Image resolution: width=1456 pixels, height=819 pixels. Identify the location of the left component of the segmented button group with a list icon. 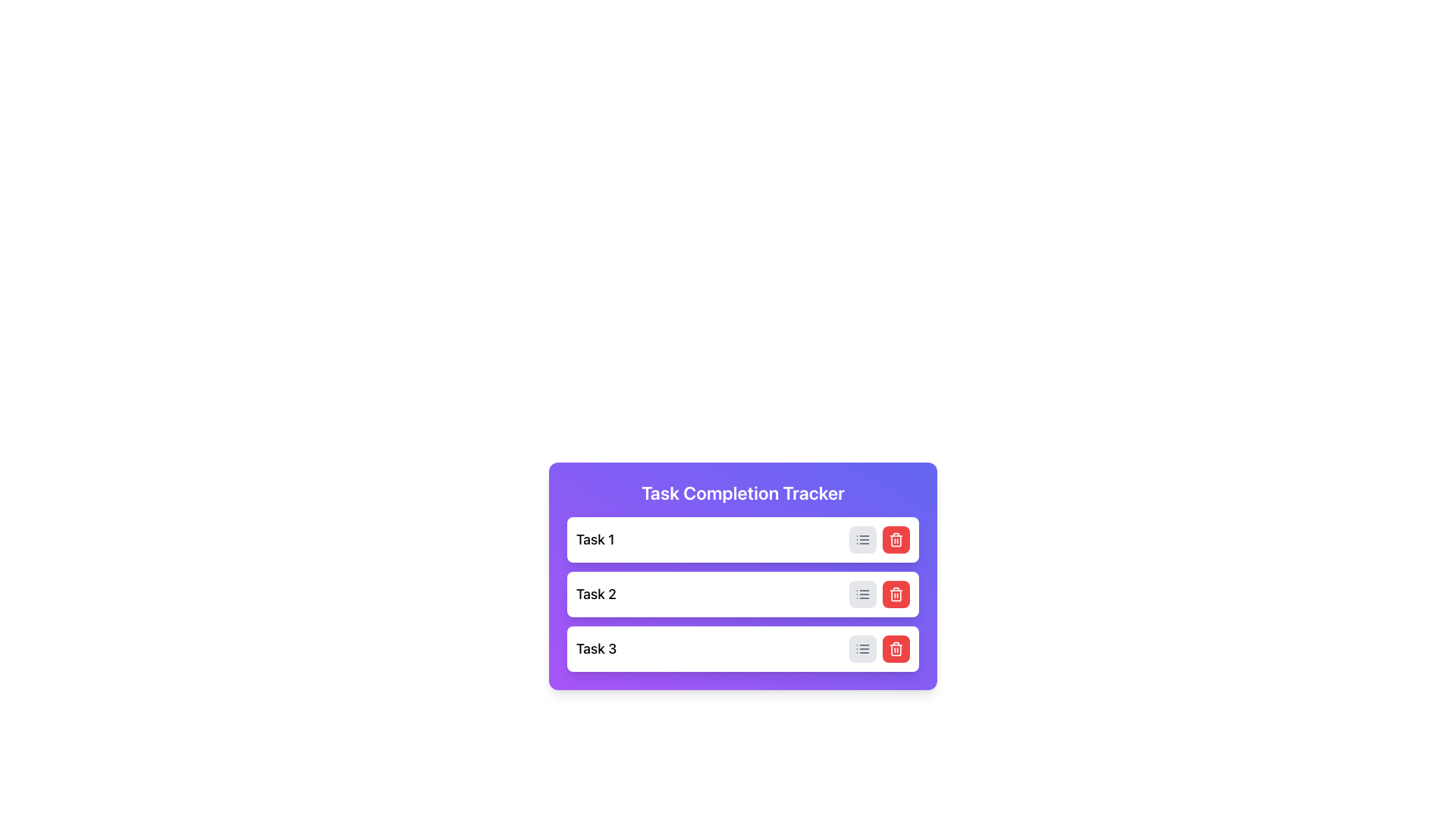
(880, 593).